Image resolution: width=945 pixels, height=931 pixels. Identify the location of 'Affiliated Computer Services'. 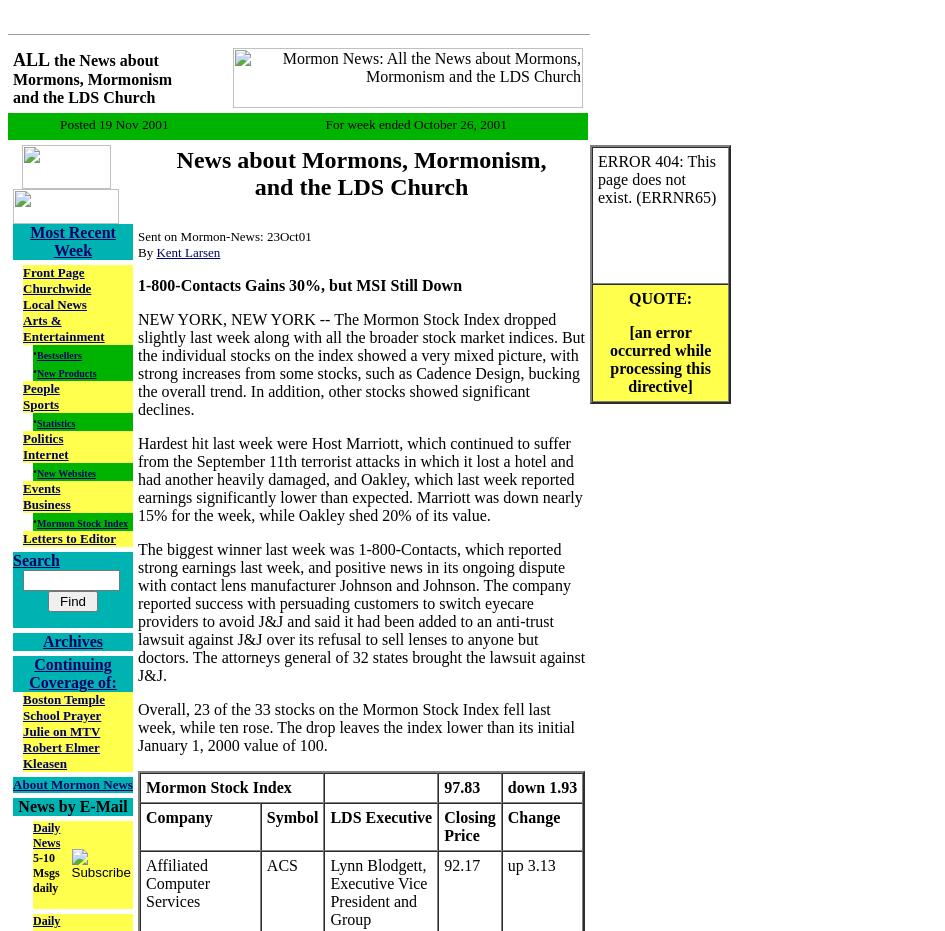
(178, 883).